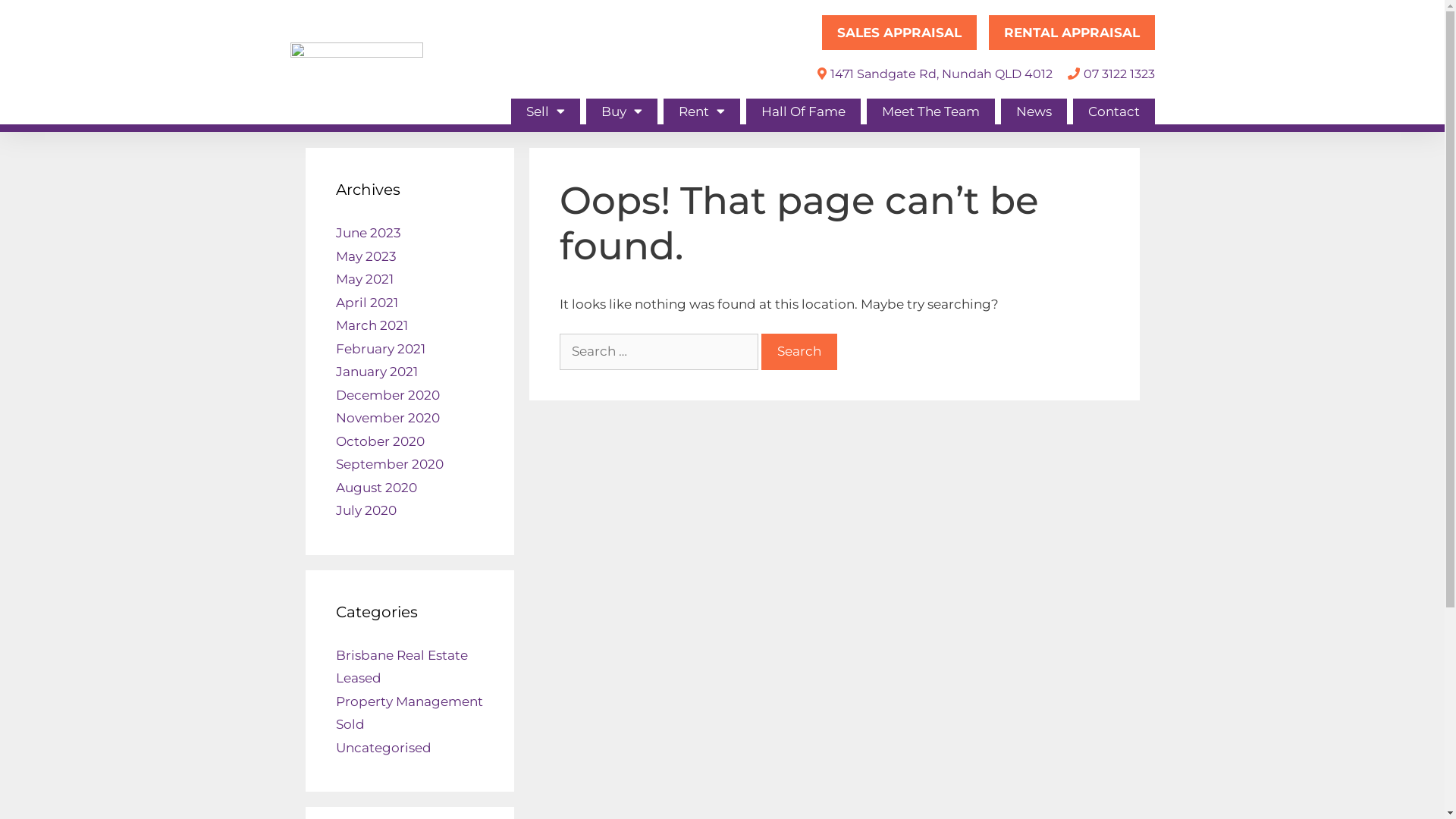 This screenshot has width=1456, height=819. I want to click on 'May 2021', so click(364, 278).